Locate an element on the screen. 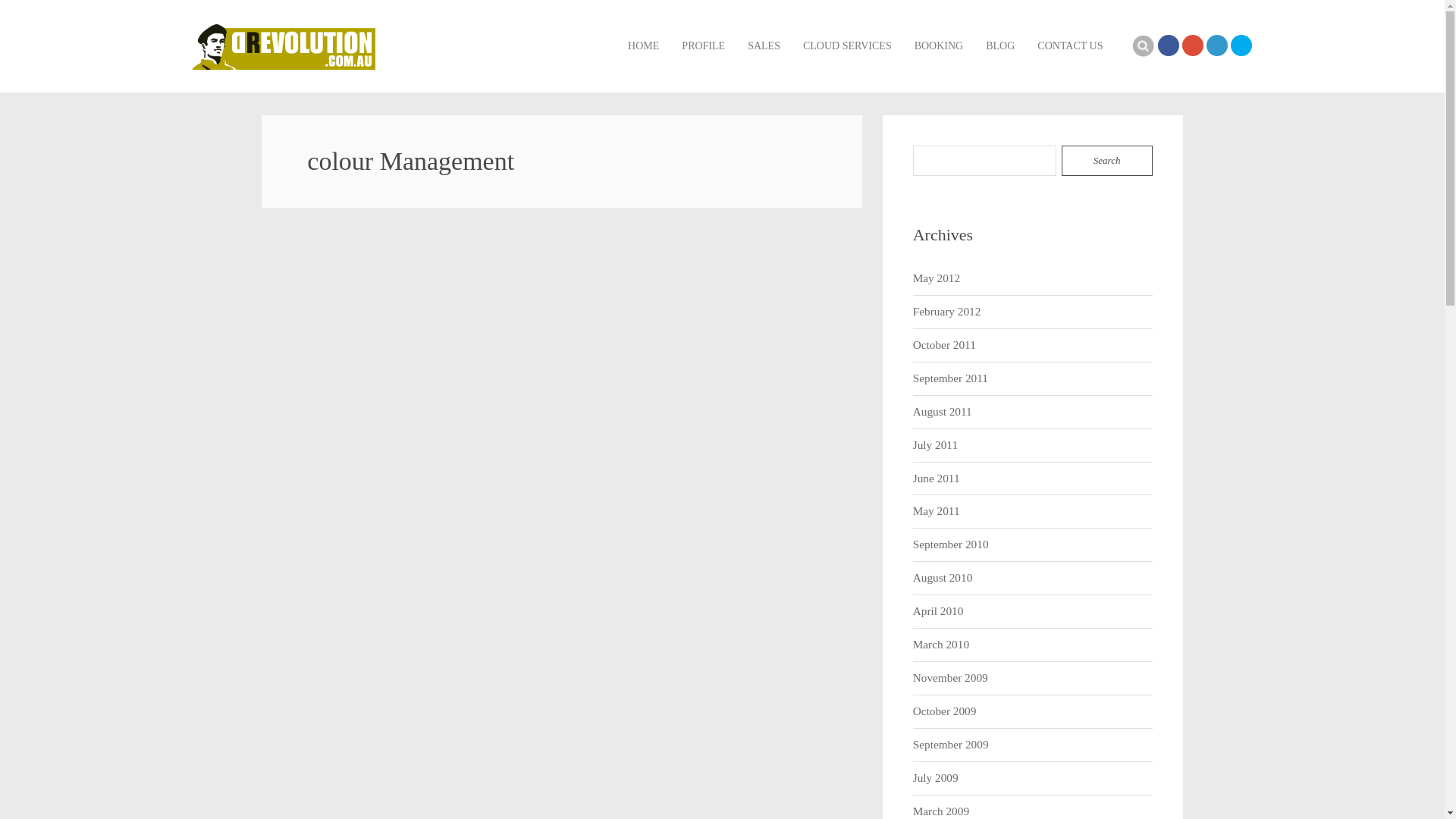  'BOOKING' is located at coordinates (938, 45).